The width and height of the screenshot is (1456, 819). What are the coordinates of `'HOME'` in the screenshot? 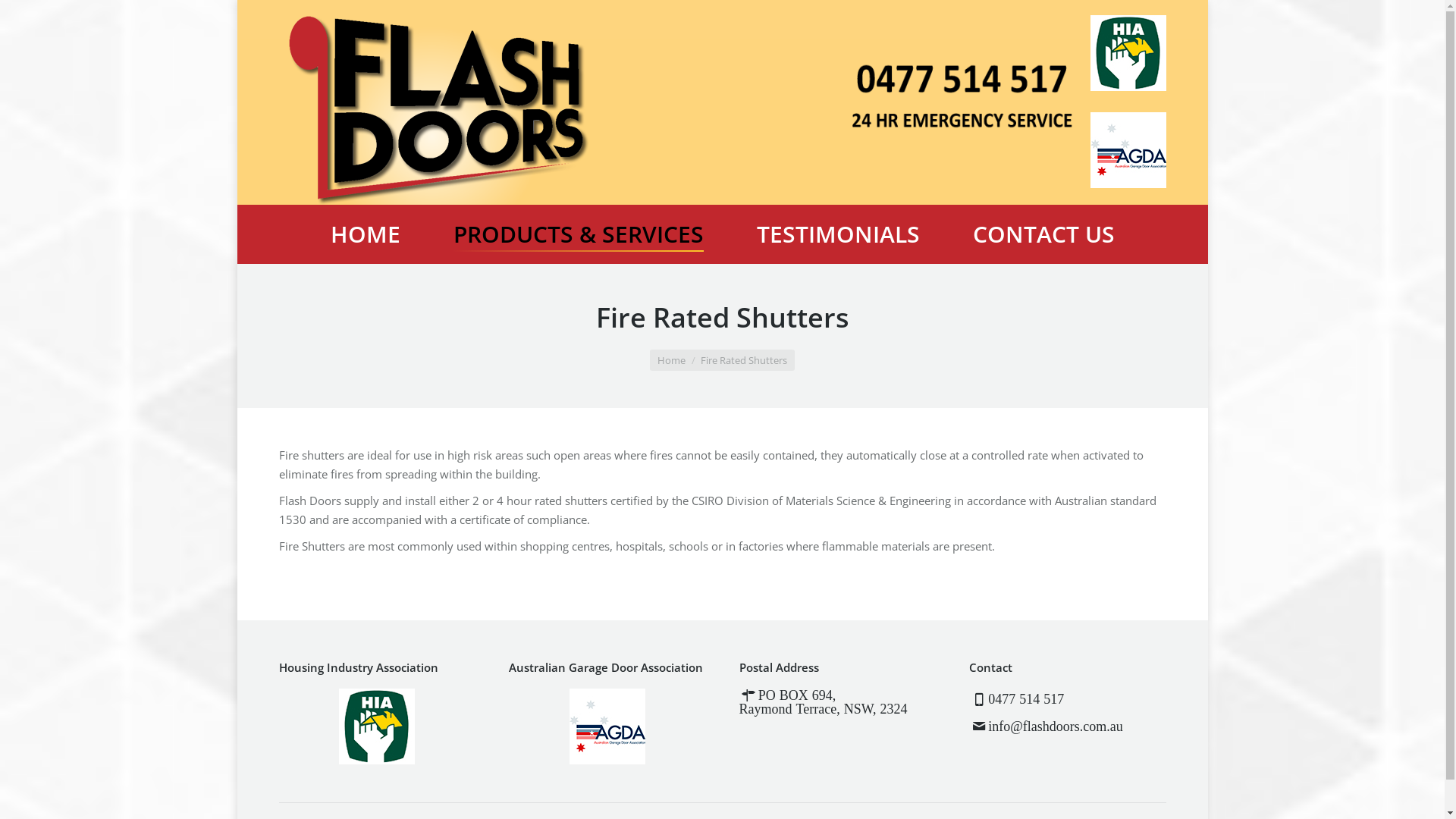 It's located at (364, 234).